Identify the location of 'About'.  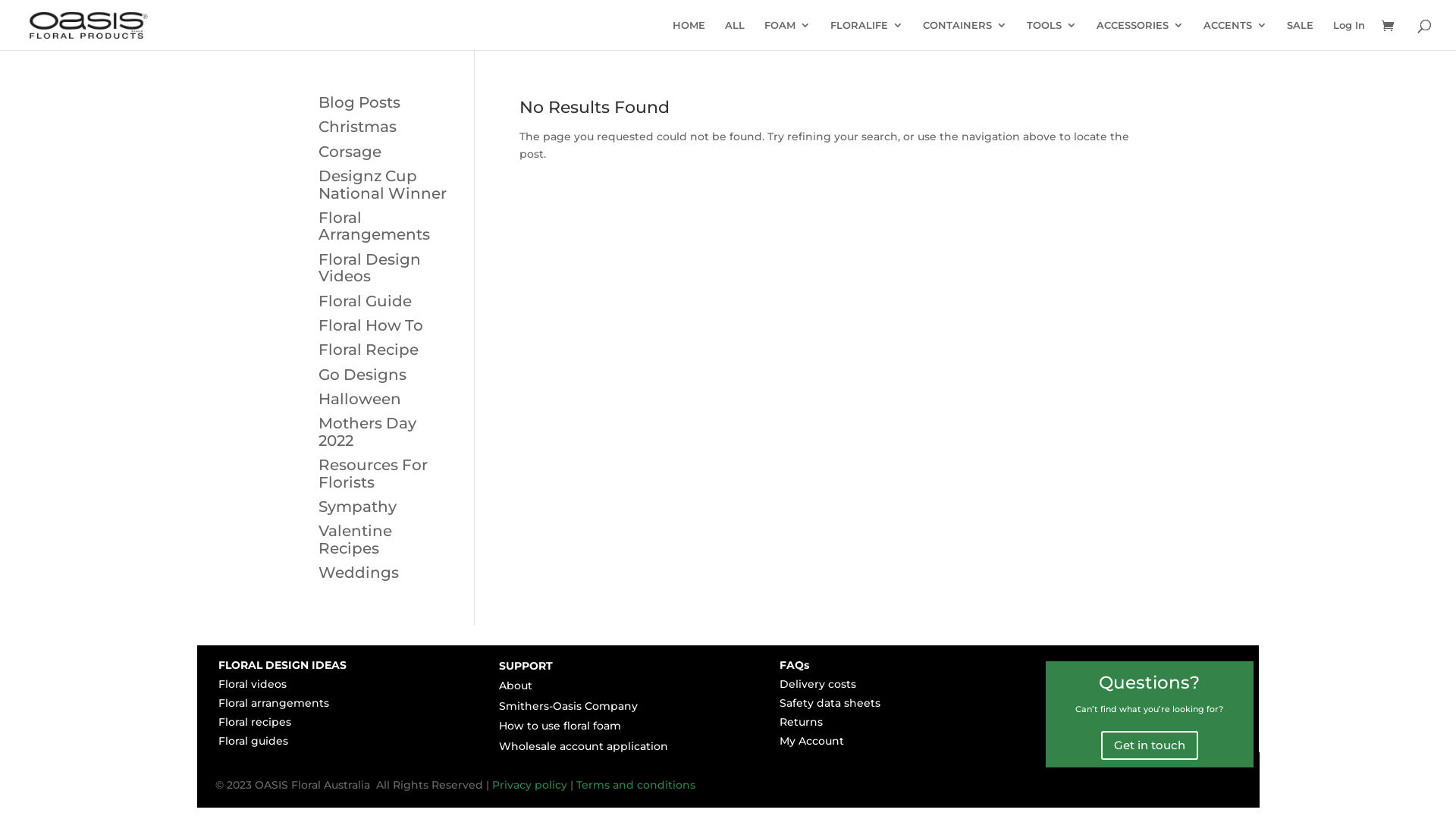
(516, 685).